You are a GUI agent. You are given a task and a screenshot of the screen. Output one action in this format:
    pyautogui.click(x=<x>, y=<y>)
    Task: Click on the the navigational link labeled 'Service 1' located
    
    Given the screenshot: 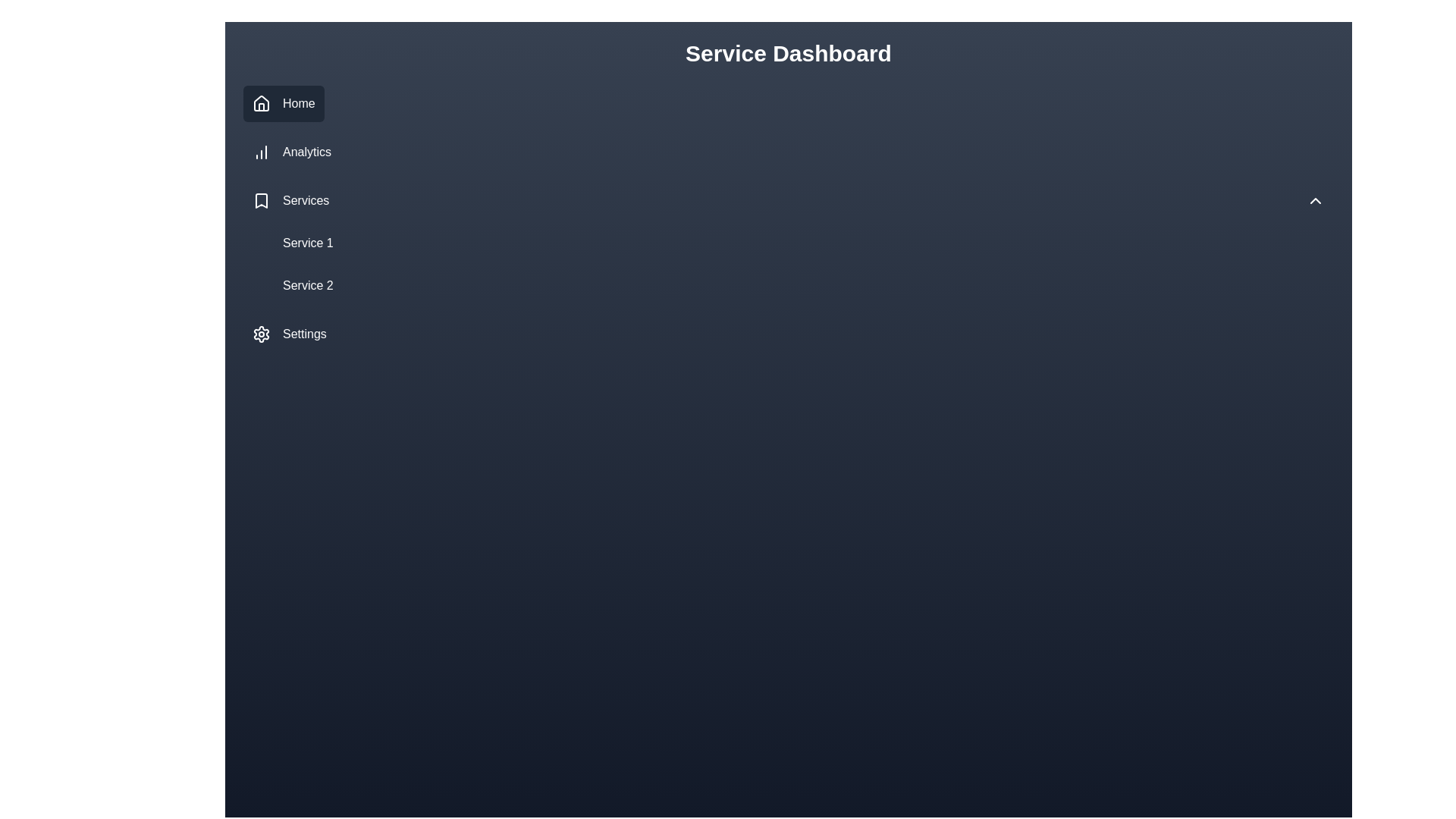 What is the action you would take?
    pyautogui.click(x=307, y=242)
    